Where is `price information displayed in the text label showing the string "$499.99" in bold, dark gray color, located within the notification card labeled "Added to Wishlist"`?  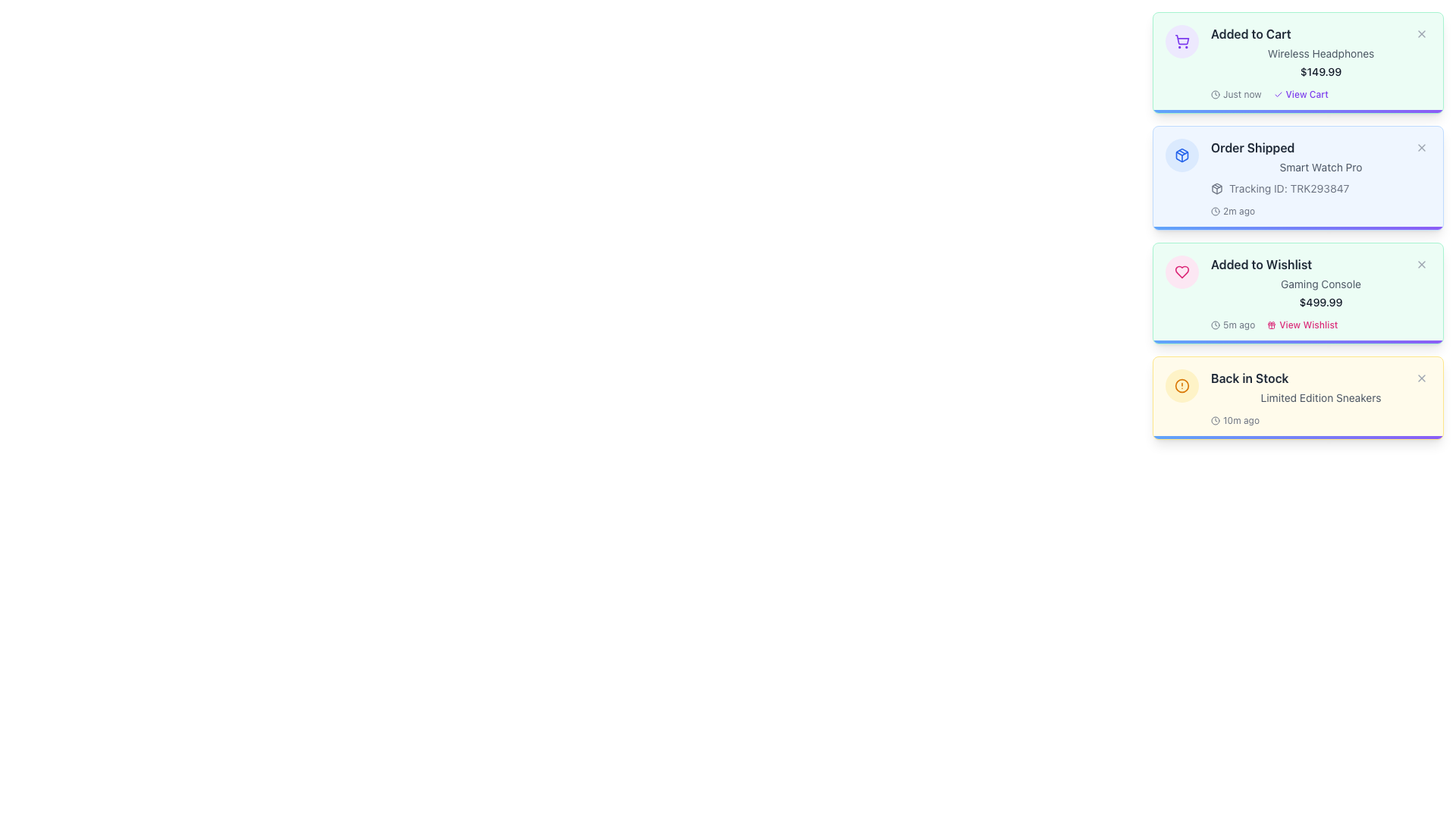
price information displayed in the text label showing the string "$499.99" in bold, dark gray color, located within the notification card labeled "Added to Wishlist" is located at coordinates (1320, 302).